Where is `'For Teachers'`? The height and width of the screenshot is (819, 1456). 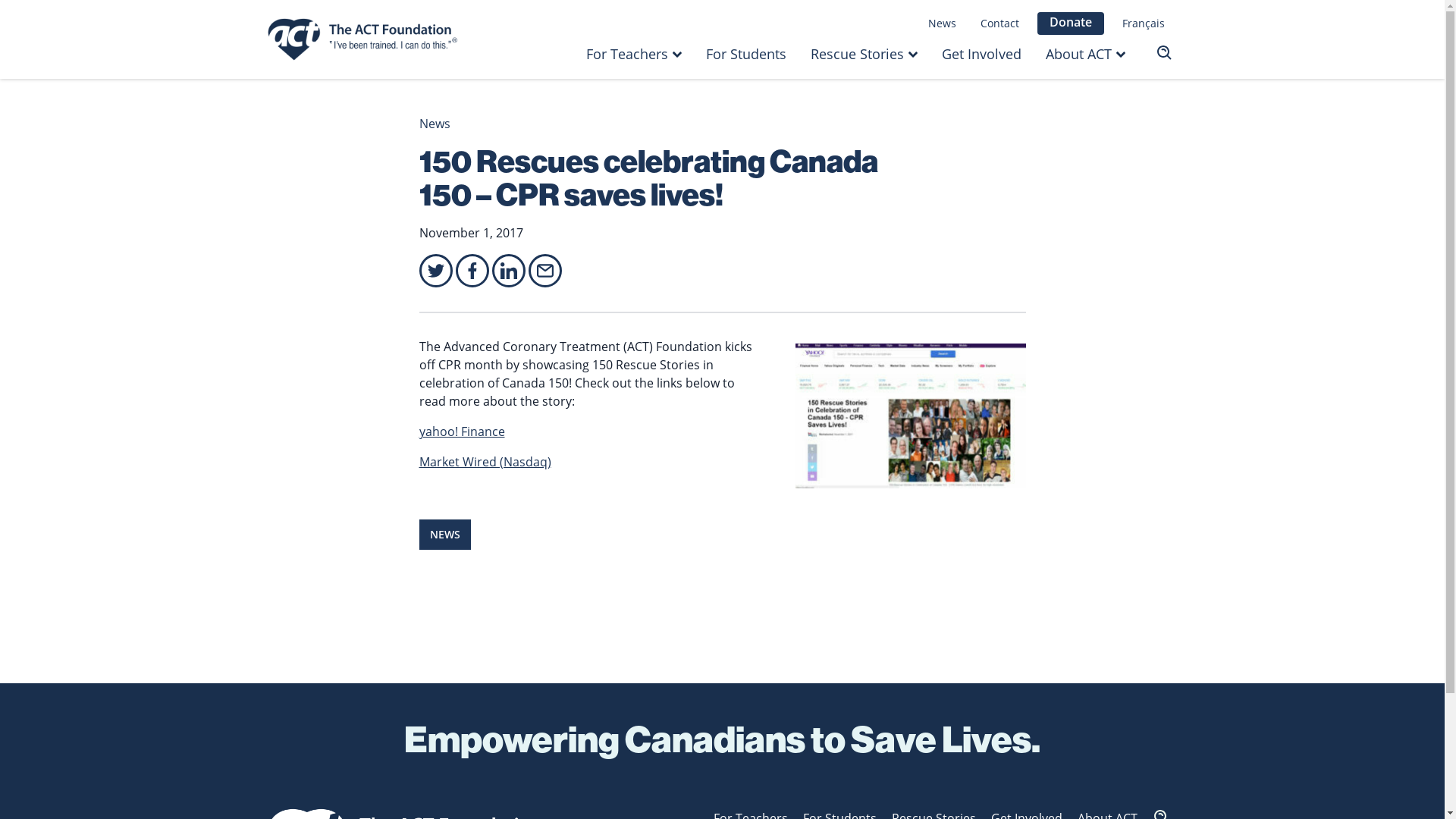
'For Teachers' is located at coordinates (626, 52).